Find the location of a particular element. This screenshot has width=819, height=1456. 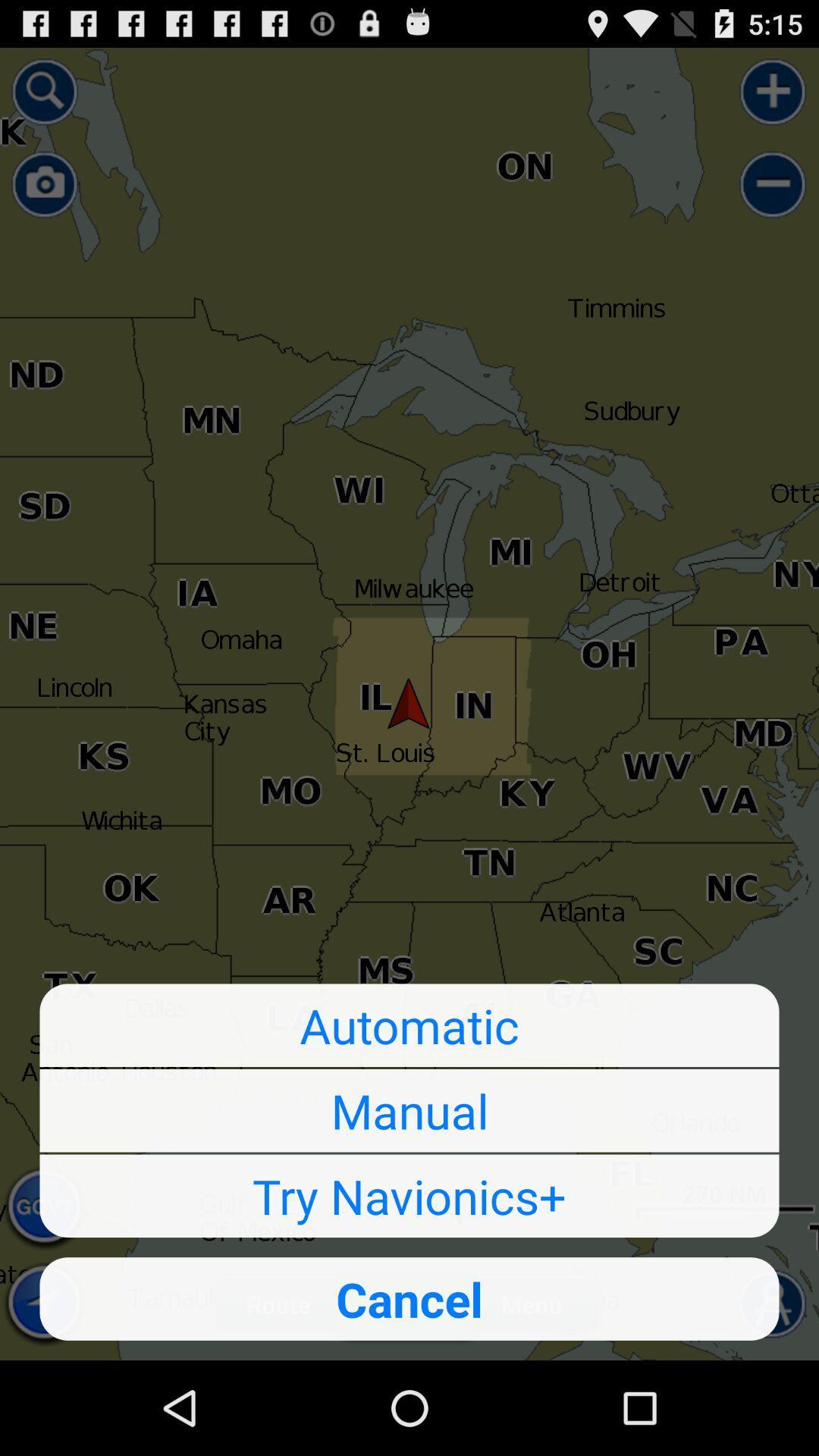

the try navionics+ is located at coordinates (409, 1195).